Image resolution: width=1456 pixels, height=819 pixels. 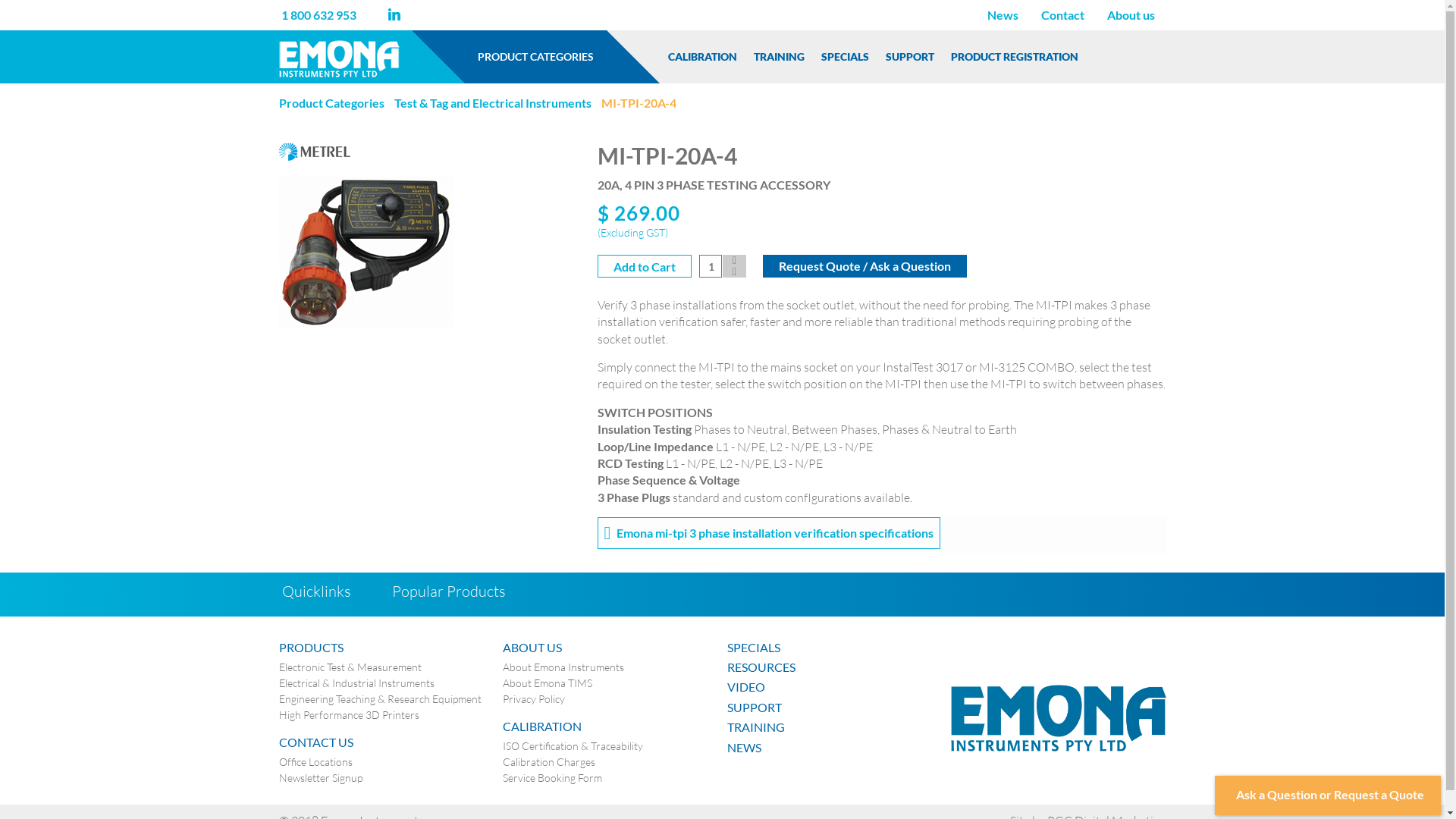 I want to click on '1 800 632 953', so click(x=317, y=14).